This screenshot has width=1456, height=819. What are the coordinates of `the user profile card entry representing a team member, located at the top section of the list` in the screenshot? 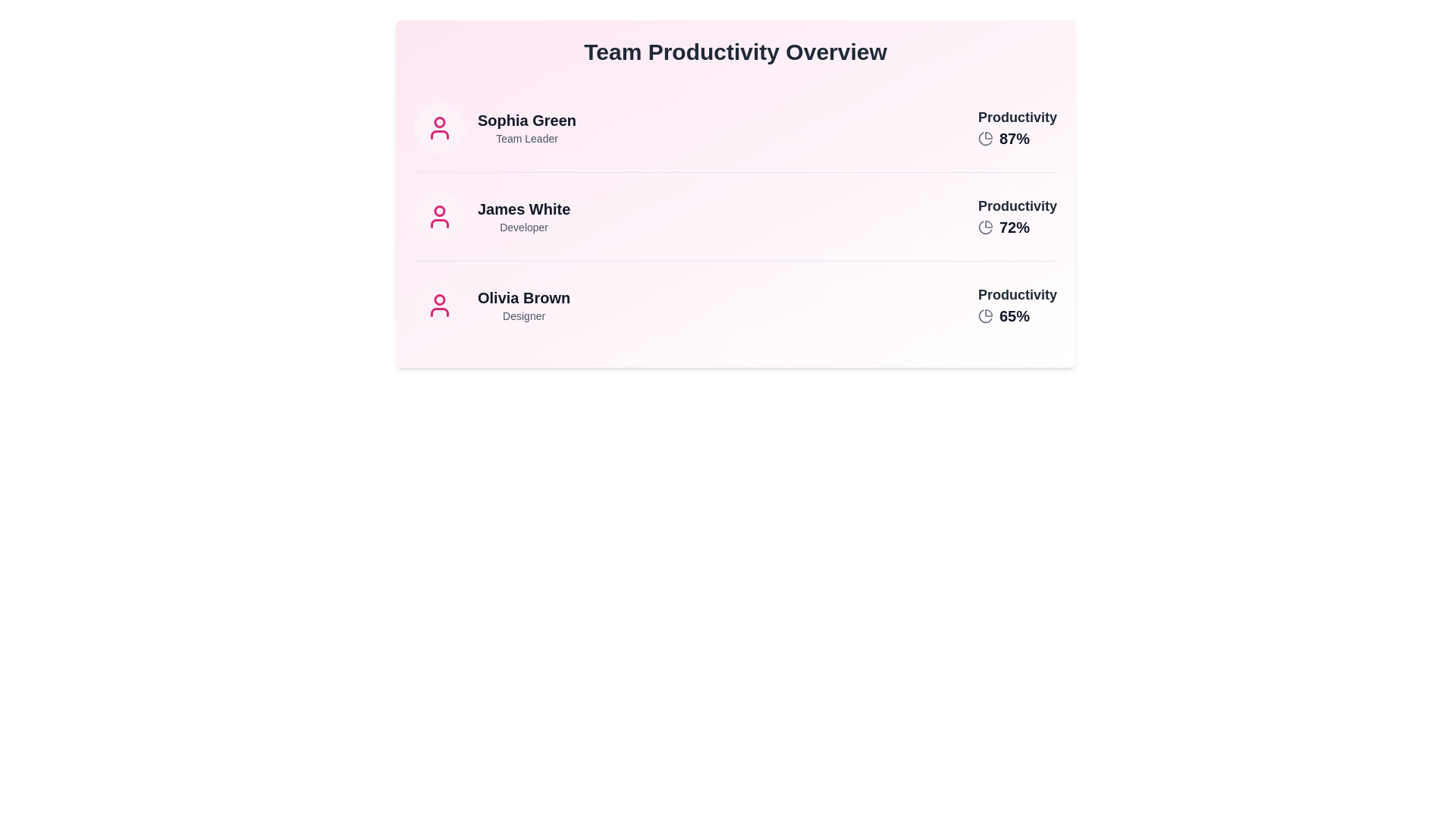 It's located at (494, 127).